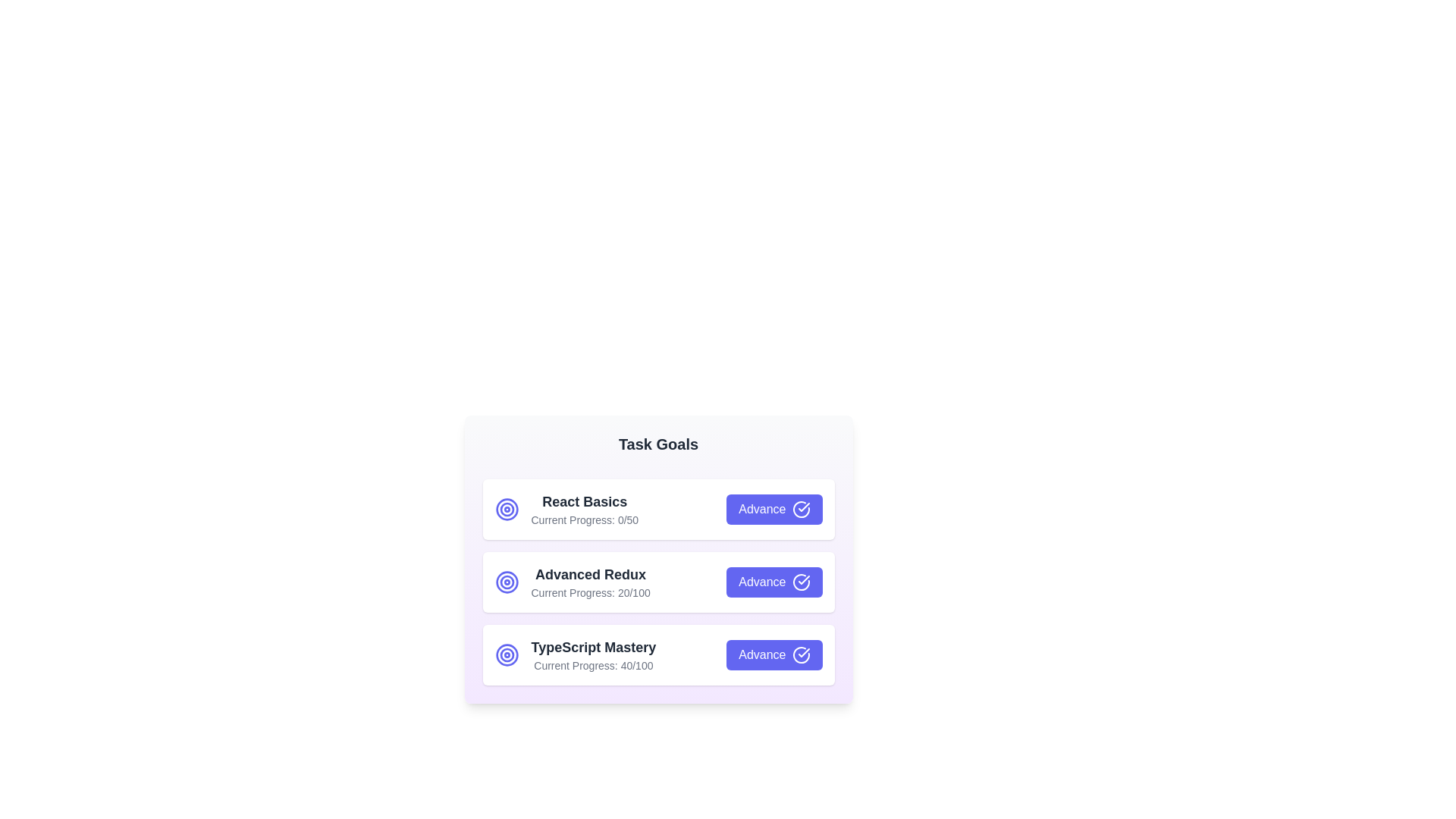 The image size is (1456, 819). I want to click on progress information displayed in the Text Label located below the 'Advanced Redux' title in the vertical list of goals, so click(590, 592).